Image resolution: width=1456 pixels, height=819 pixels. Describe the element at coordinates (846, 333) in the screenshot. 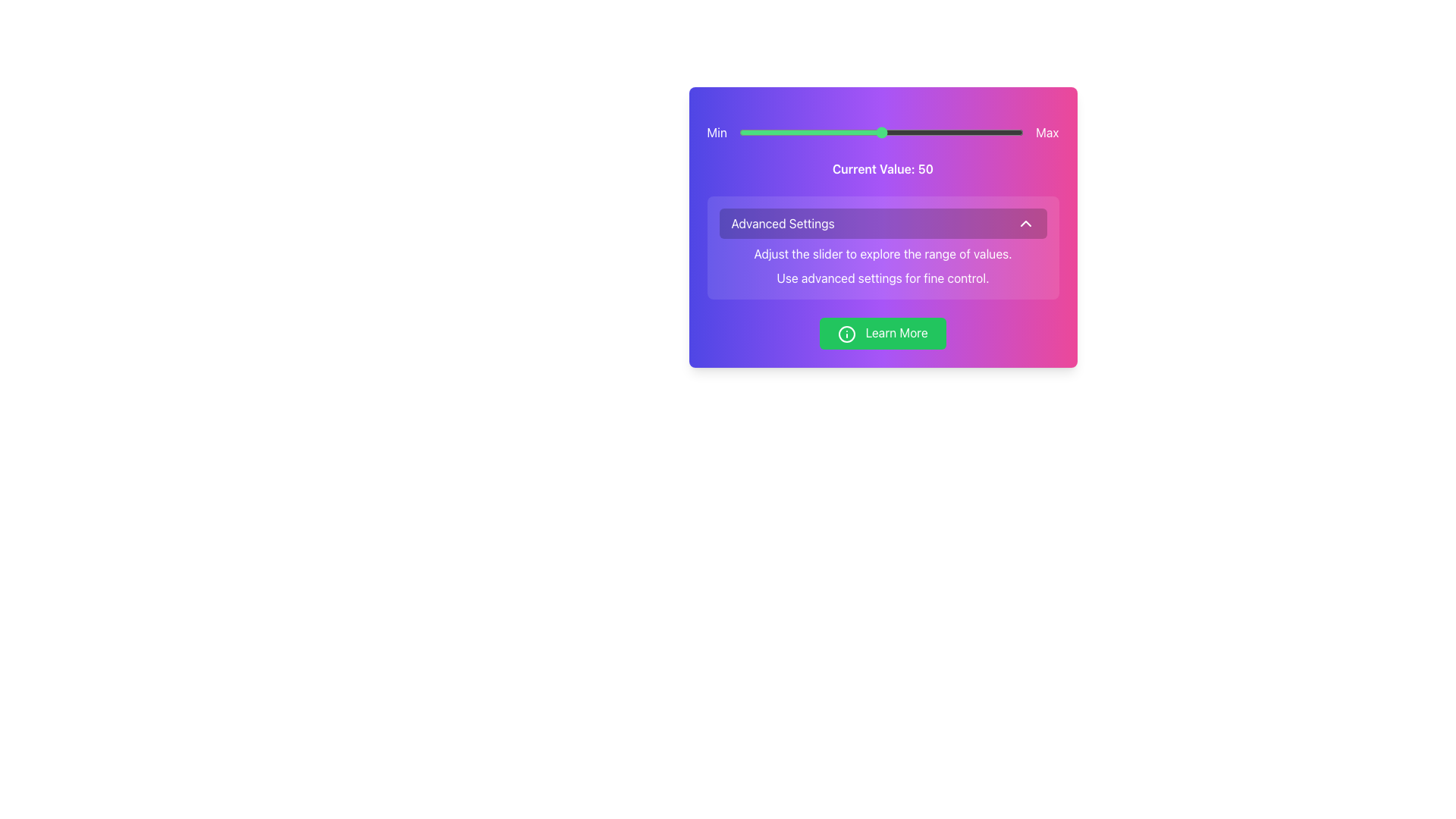

I see `the 'Learn More' button which contains a green circular icon with a white inner circle and thin green border, located at the center of the button` at that location.